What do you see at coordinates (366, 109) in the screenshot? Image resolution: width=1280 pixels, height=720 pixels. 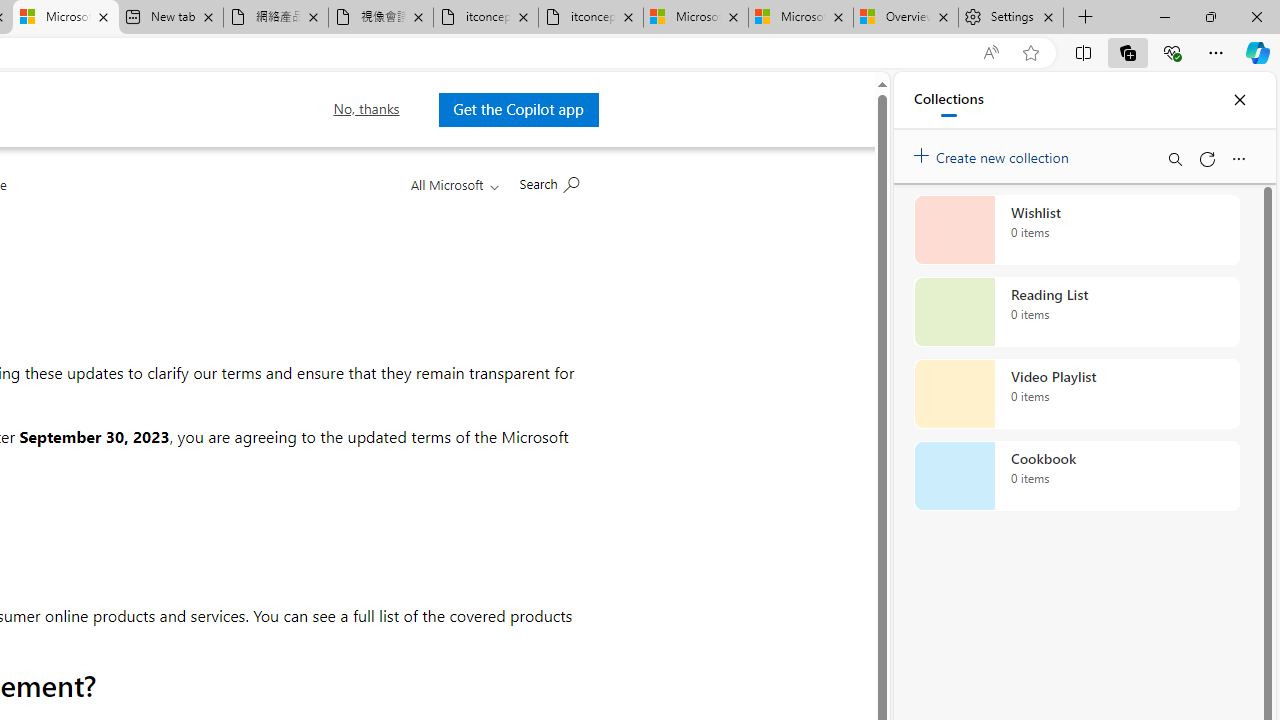 I see `'No, thanks'` at bounding box center [366, 109].